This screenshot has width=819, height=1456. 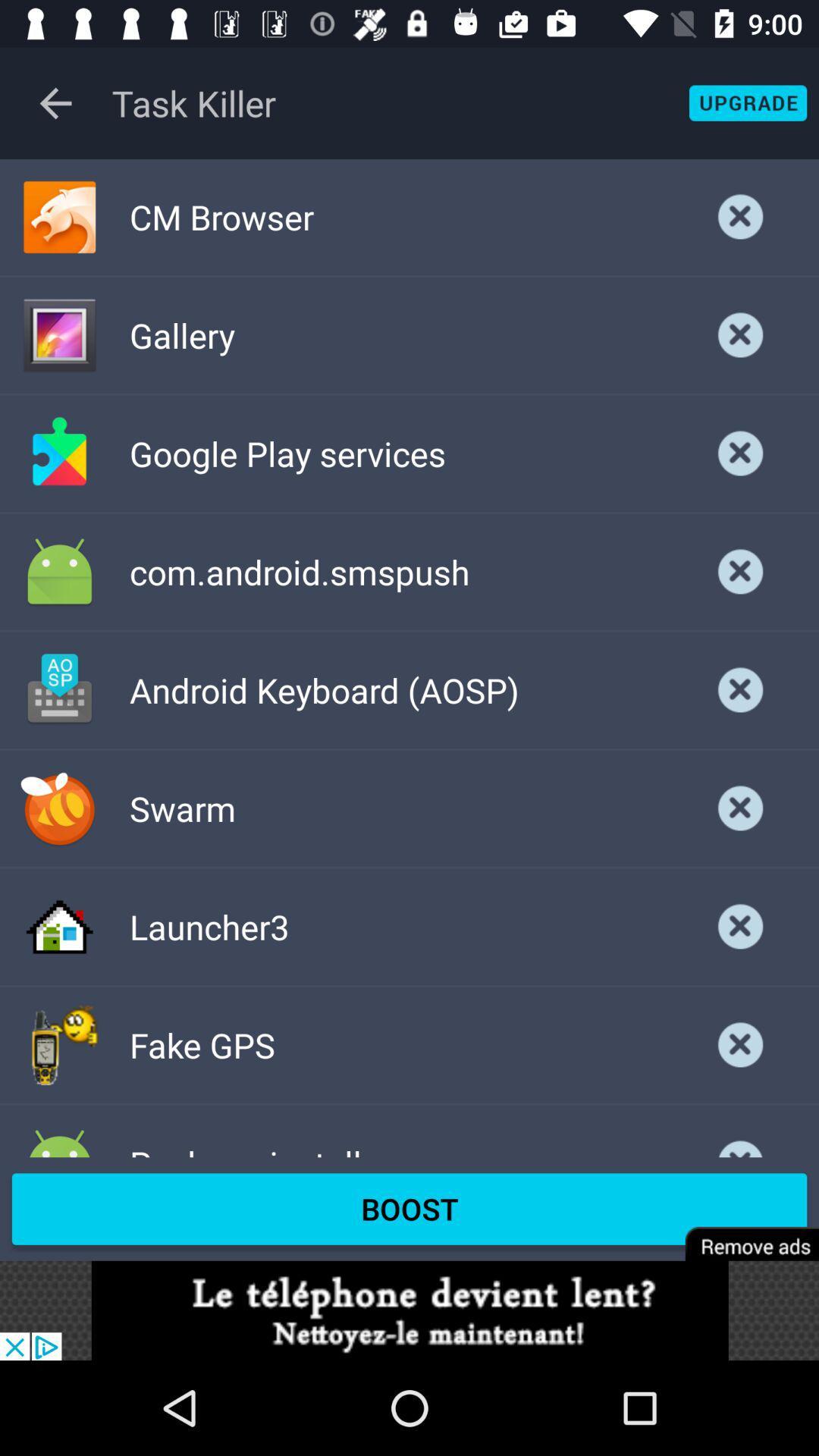 What do you see at coordinates (740, 453) in the screenshot?
I see `the option` at bounding box center [740, 453].